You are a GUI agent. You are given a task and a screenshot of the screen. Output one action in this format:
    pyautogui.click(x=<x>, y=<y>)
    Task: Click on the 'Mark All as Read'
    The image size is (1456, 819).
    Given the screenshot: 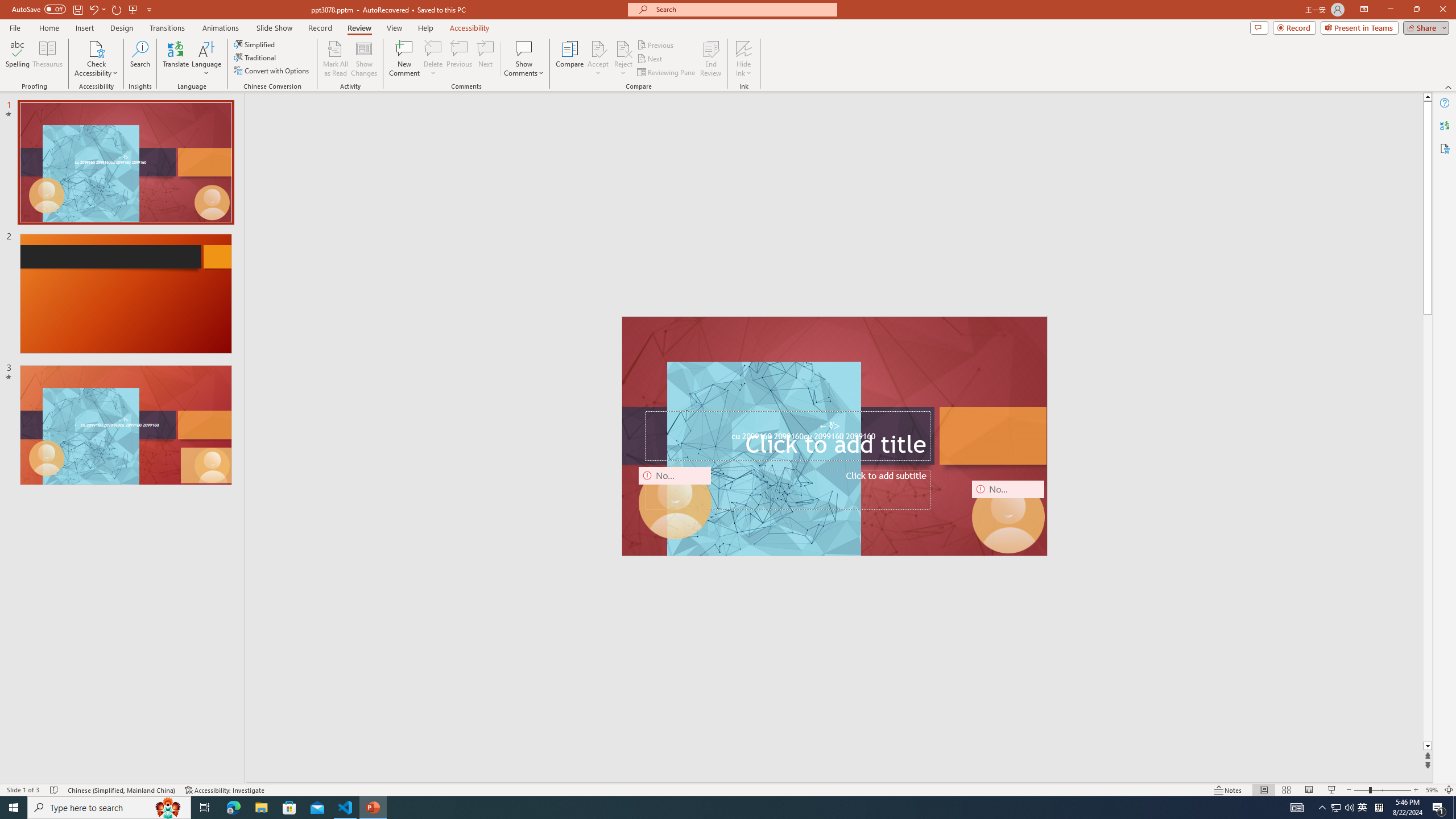 What is the action you would take?
    pyautogui.click(x=336, y=59)
    